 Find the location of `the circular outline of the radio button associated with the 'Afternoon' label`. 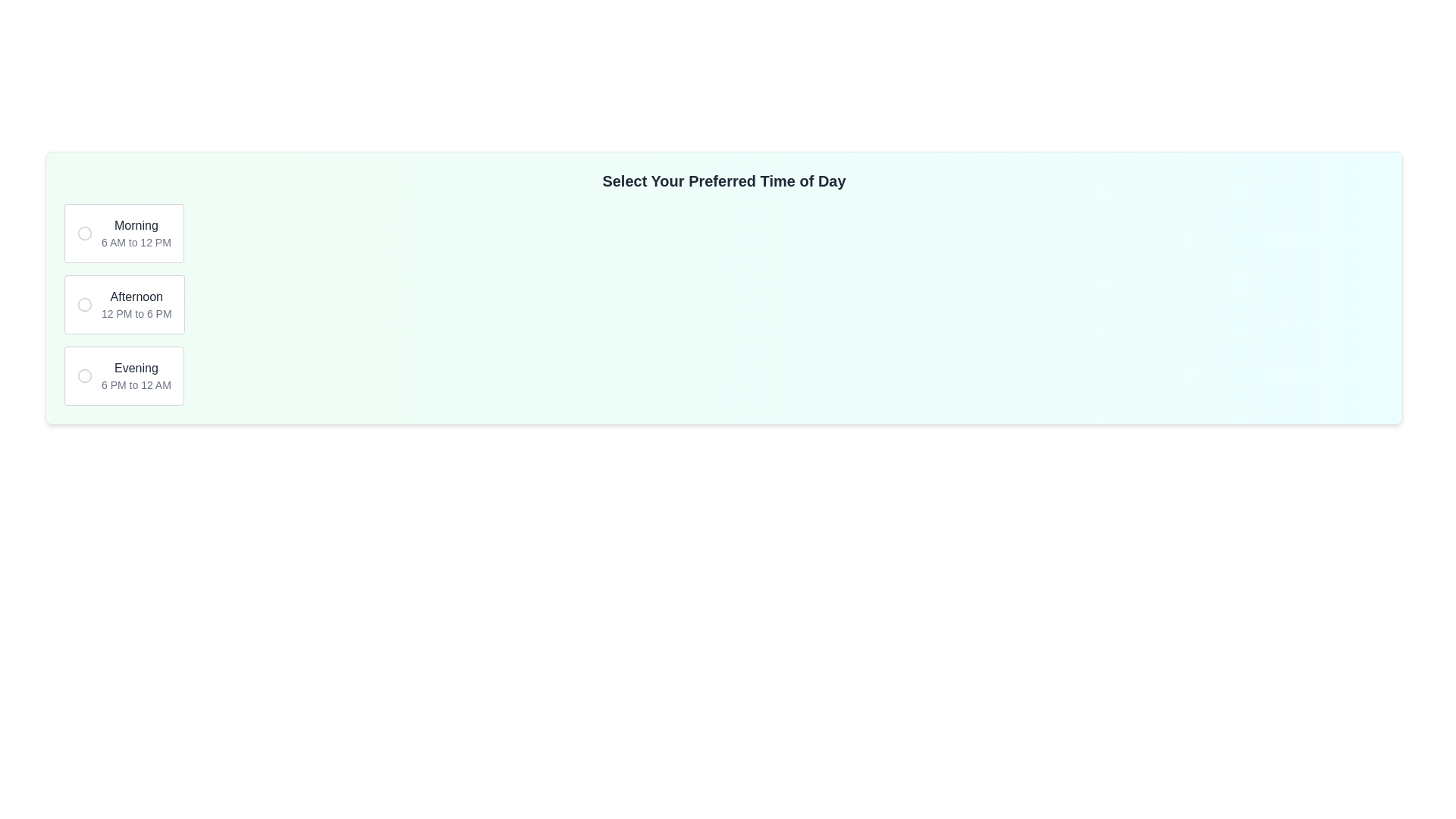

the circular outline of the radio button associated with the 'Afternoon' label is located at coordinates (83, 304).